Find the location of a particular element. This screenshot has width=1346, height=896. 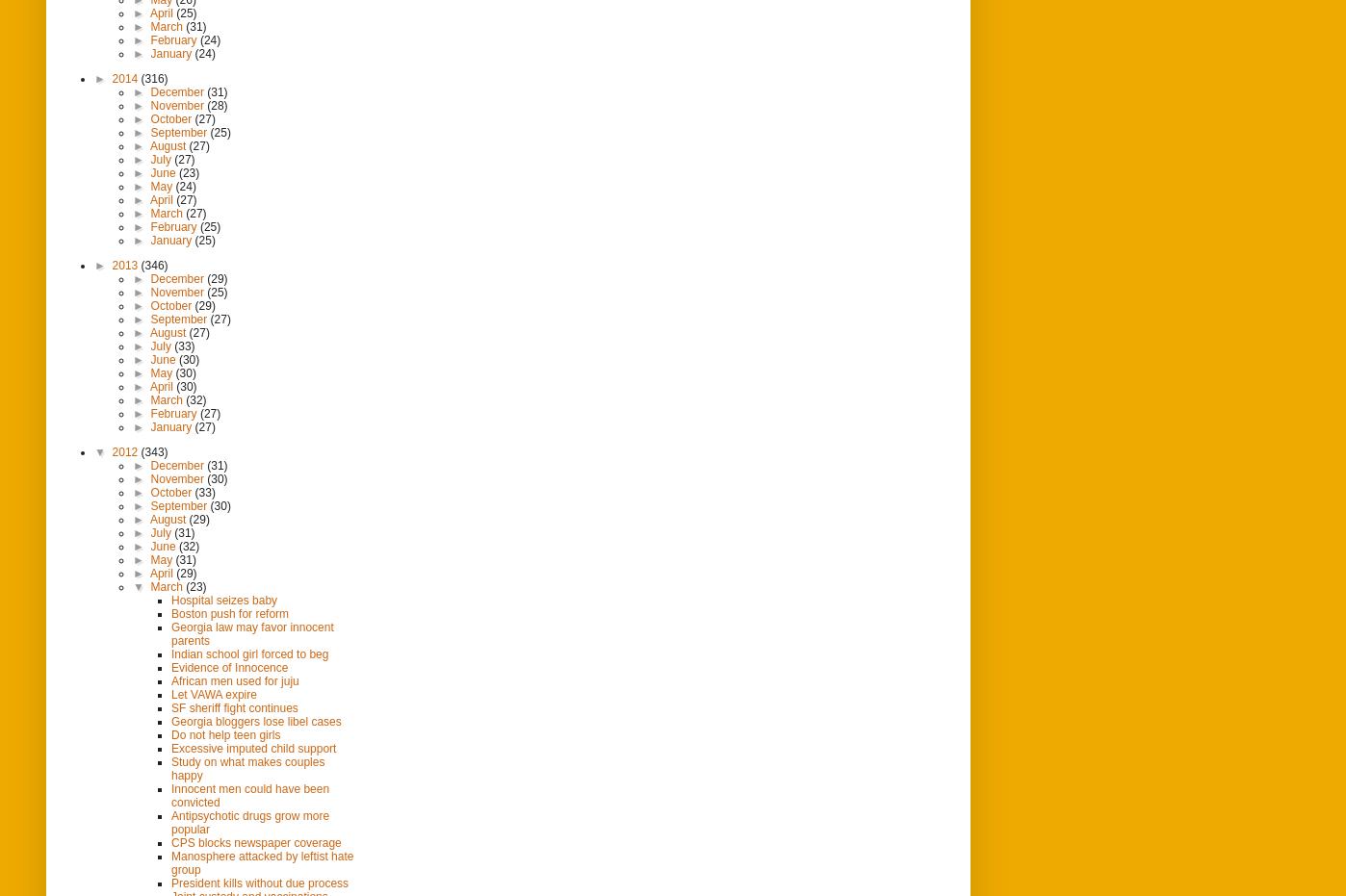

'(346)' is located at coordinates (153, 264).